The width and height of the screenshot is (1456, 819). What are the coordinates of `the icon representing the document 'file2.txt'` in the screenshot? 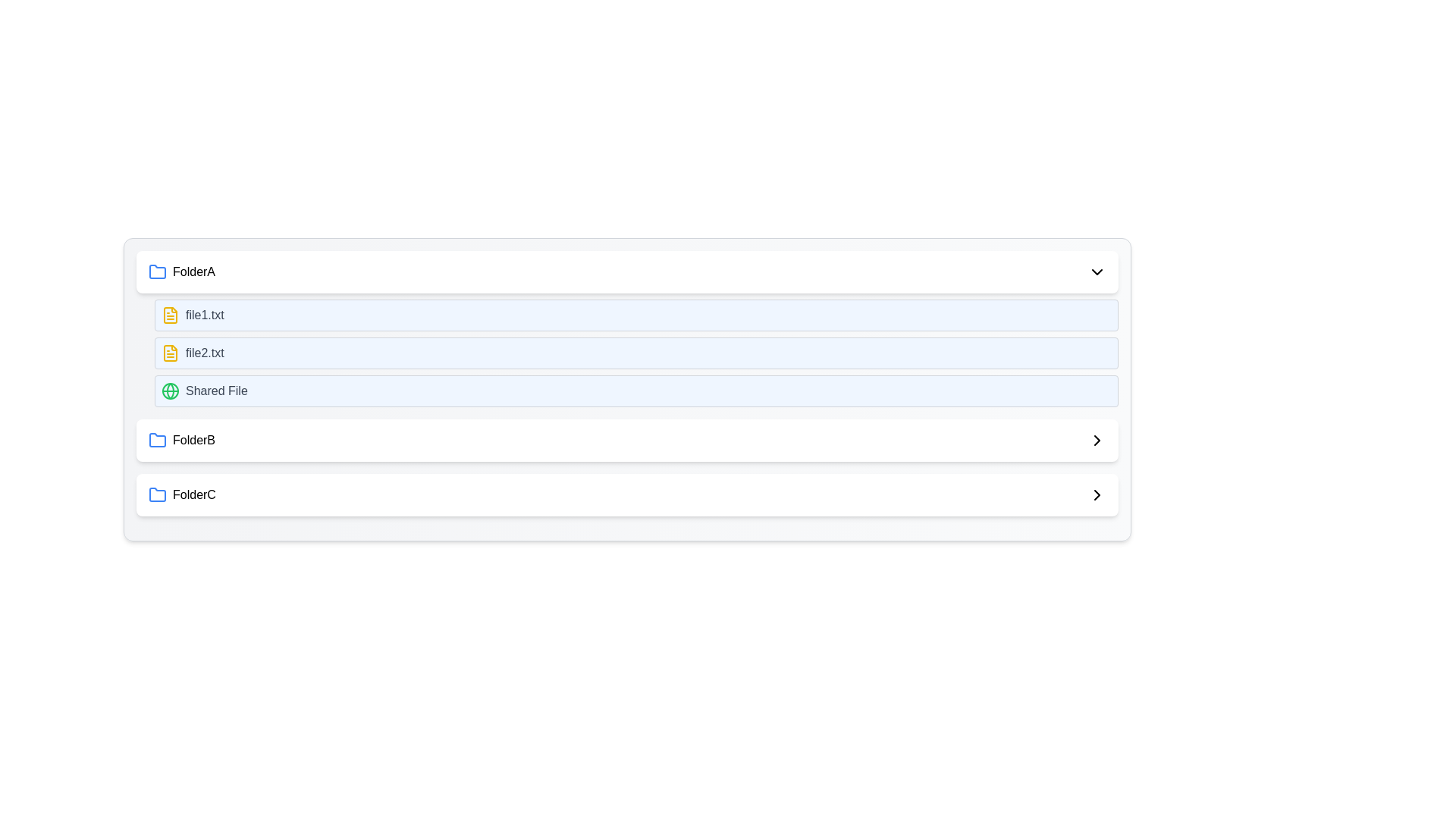 It's located at (171, 353).